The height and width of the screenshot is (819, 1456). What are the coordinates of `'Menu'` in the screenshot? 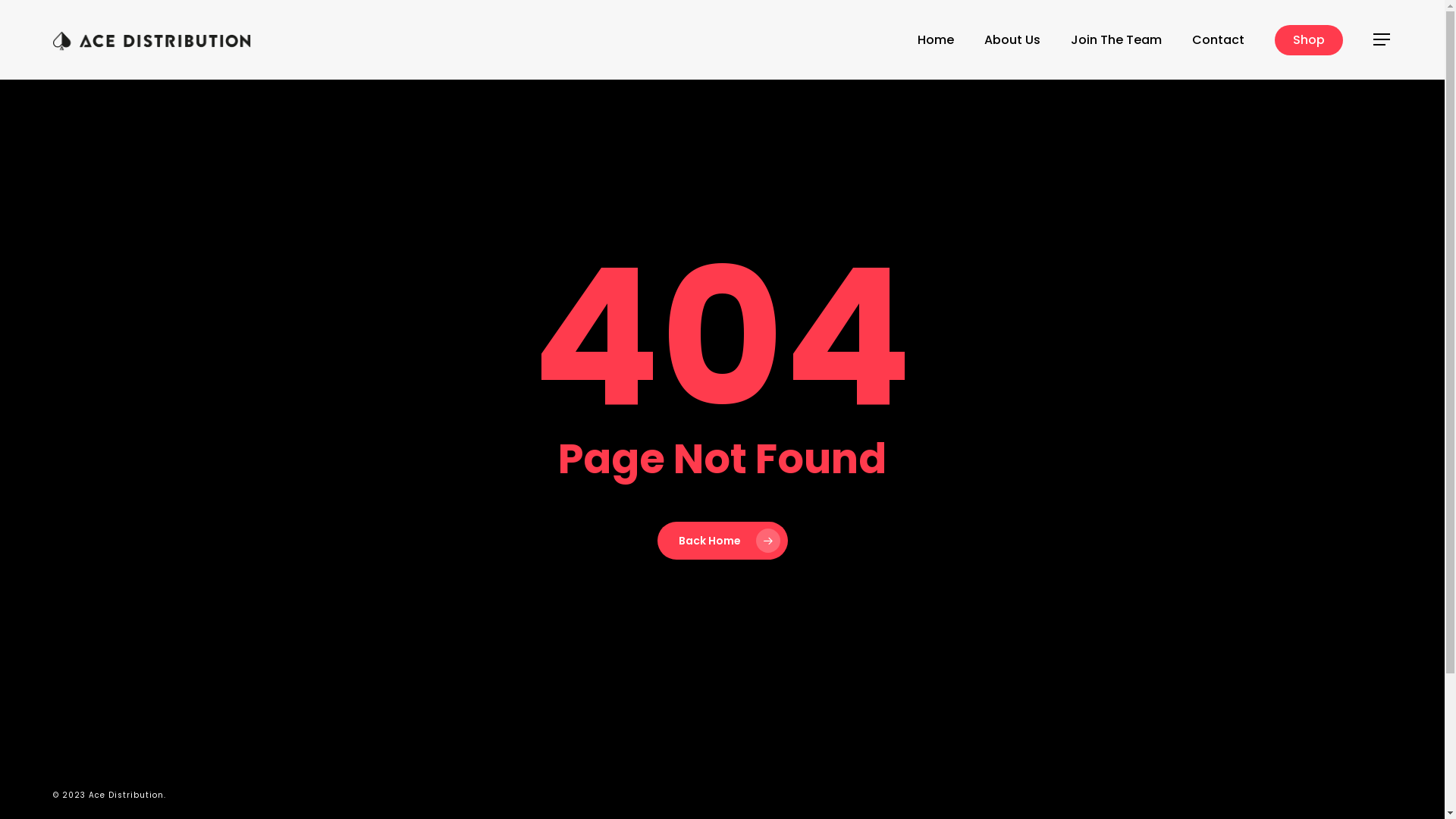 It's located at (1382, 39).